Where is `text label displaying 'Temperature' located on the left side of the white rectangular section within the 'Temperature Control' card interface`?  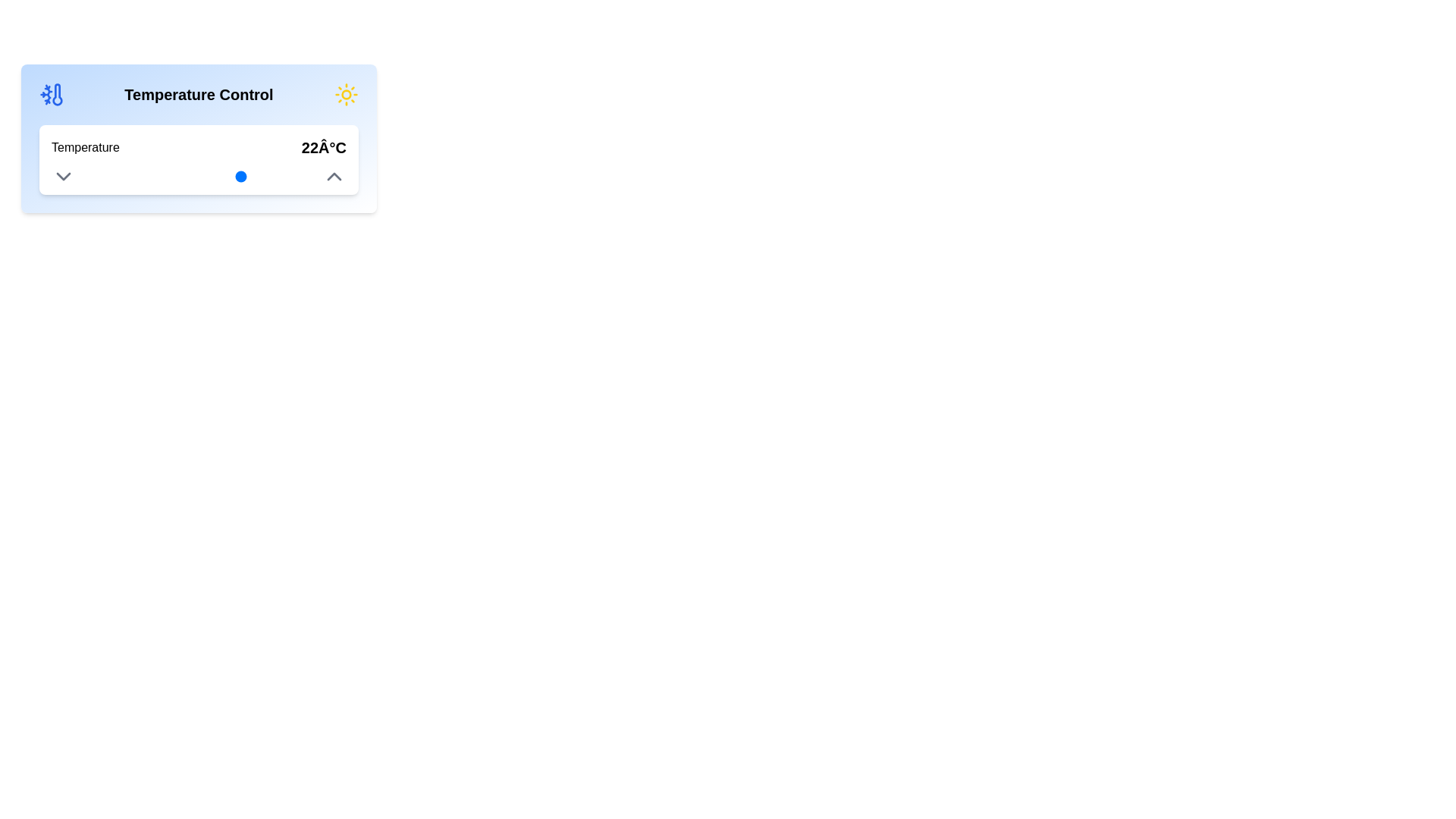
text label displaying 'Temperature' located on the left side of the white rectangular section within the 'Temperature Control' card interface is located at coordinates (84, 148).